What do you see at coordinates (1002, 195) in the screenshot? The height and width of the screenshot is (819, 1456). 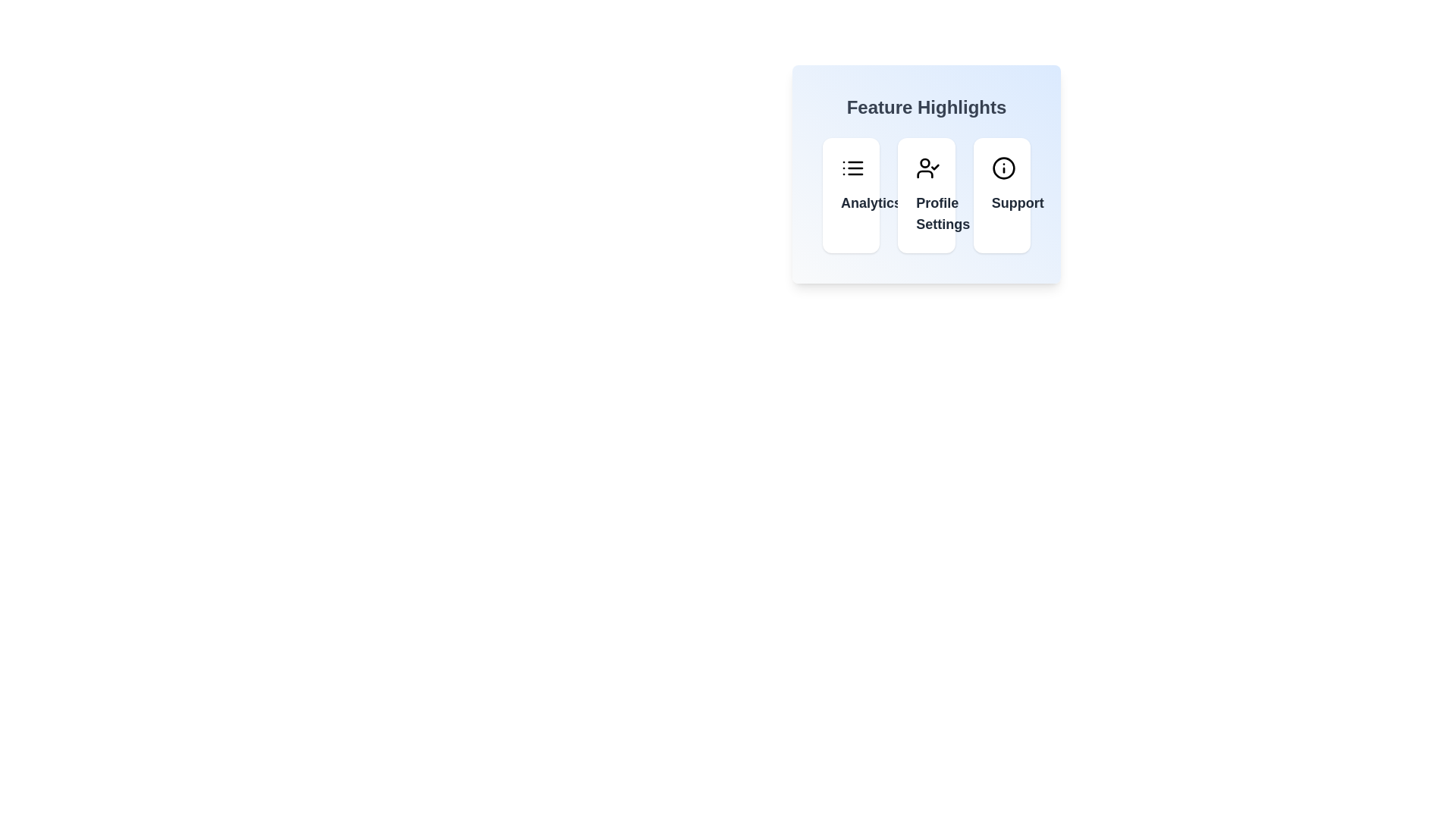 I see `the Interactive Card, which is the third card in a horizontal grid of three` at bounding box center [1002, 195].